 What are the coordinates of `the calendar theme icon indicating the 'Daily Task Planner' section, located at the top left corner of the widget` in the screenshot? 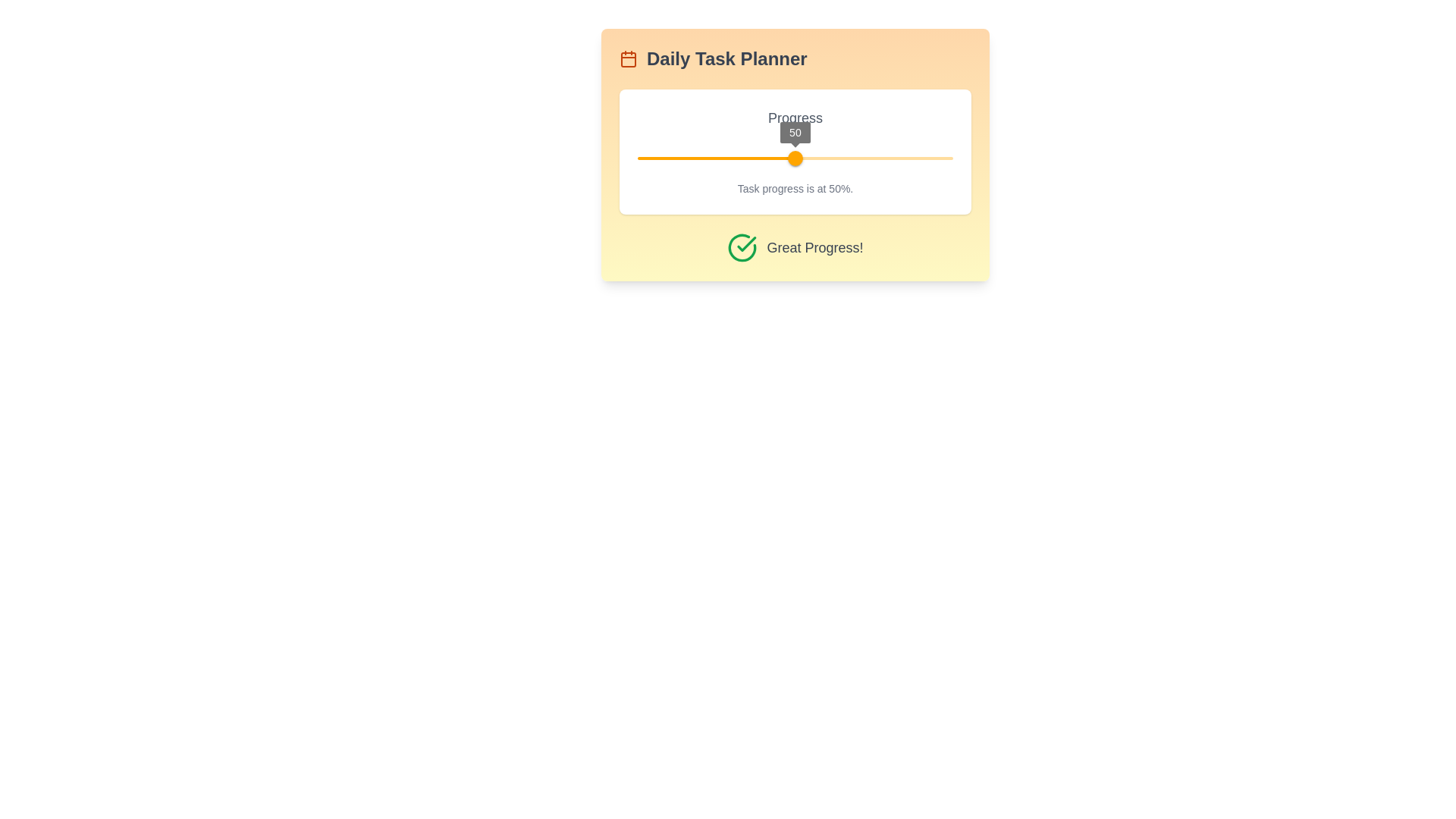 It's located at (629, 58).